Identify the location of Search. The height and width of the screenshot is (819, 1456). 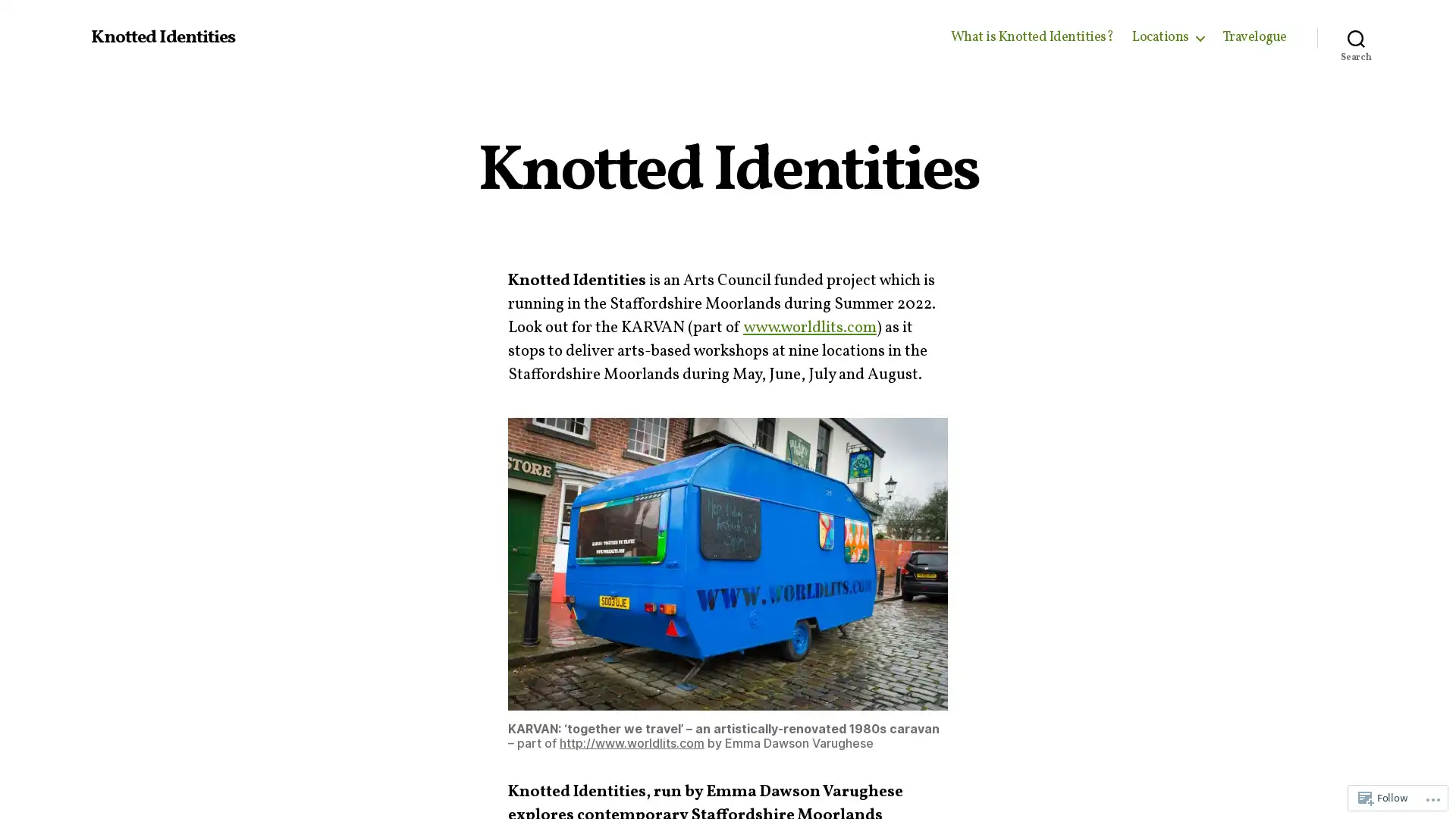
(1356, 37).